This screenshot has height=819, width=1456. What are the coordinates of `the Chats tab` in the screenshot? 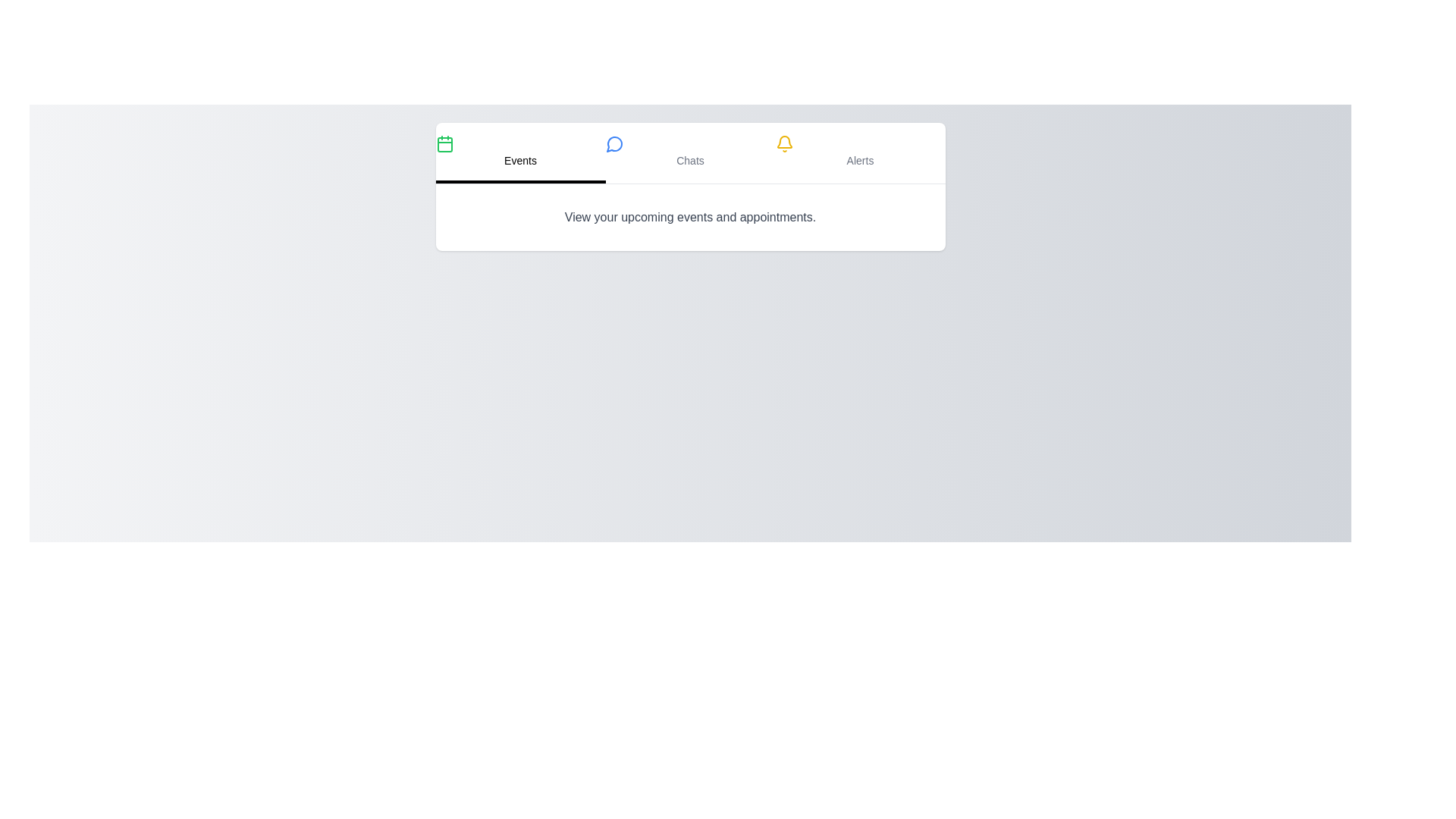 It's located at (689, 152).